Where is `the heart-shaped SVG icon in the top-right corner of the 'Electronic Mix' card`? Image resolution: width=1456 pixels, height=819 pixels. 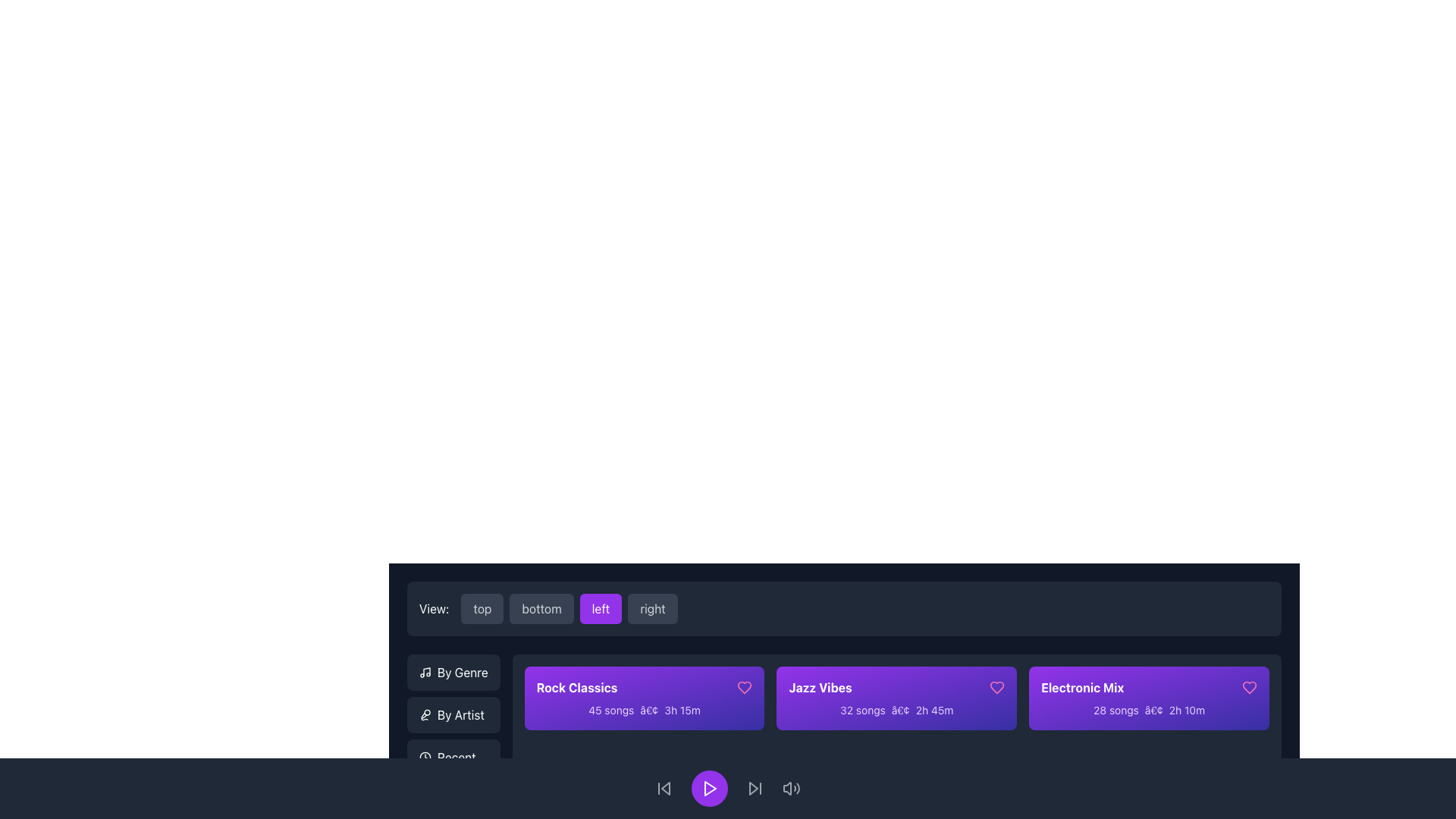 the heart-shaped SVG icon in the top-right corner of the 'Electronic Mix' card is located at coordinates (1249, 687).